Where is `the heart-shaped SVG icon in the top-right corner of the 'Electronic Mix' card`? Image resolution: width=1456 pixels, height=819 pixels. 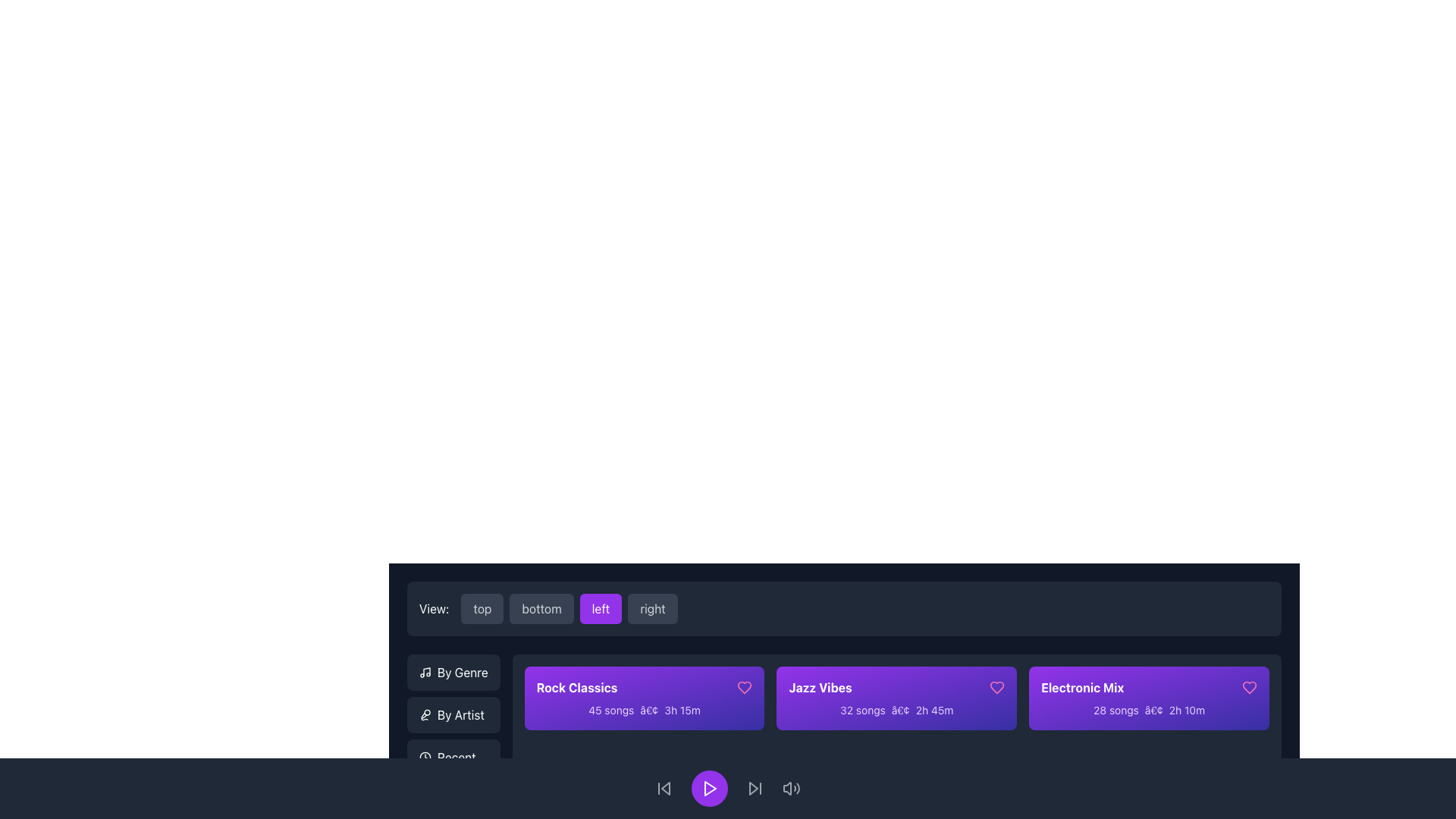 the heart-shaped SVG icon in the top-right corner of the 'Electronic Mix' card is located at coordinates (1249, 687).